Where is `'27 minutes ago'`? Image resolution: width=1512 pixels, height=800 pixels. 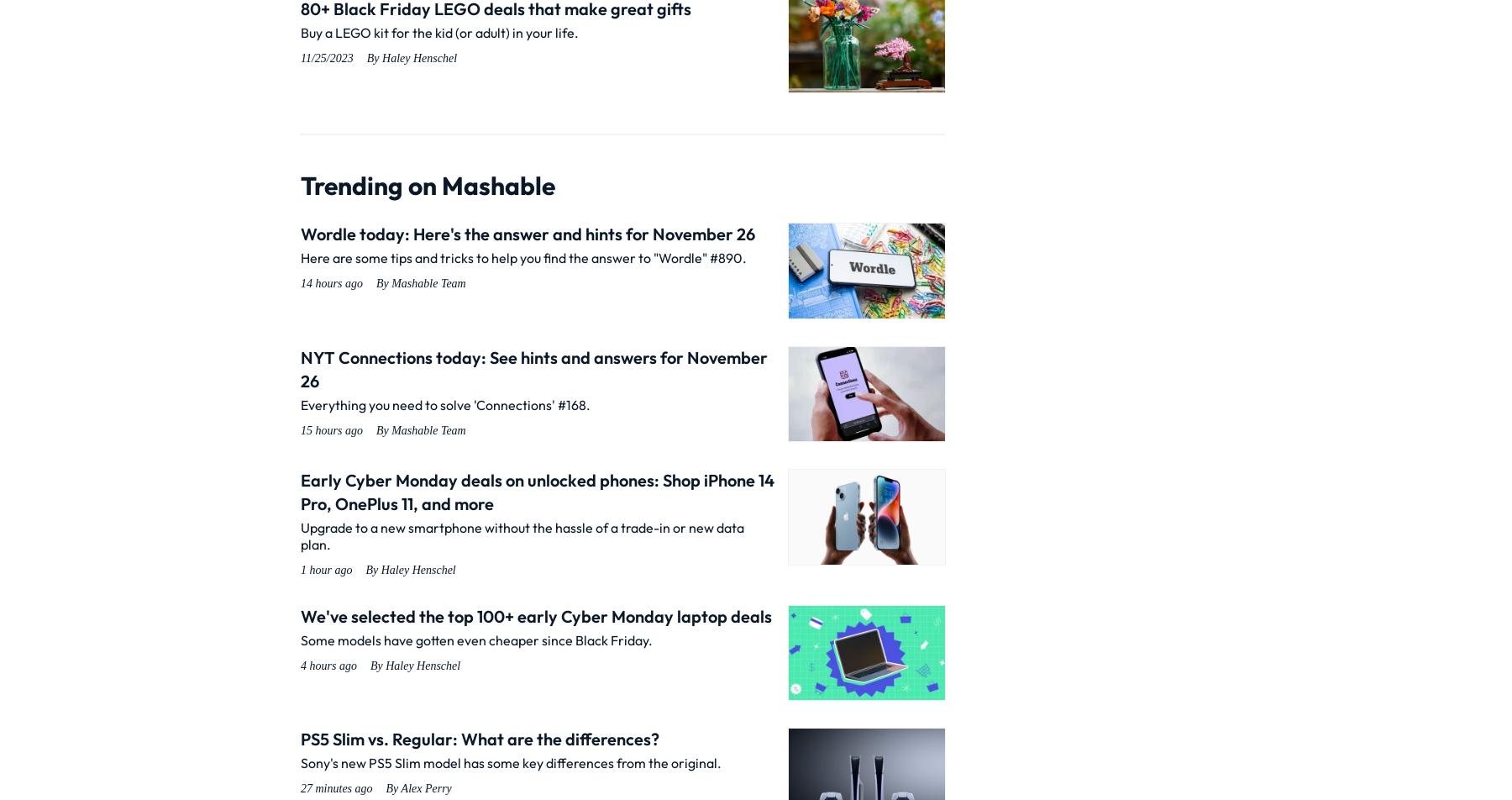 '27 minutes ago' is located at coordinates (336, 788).